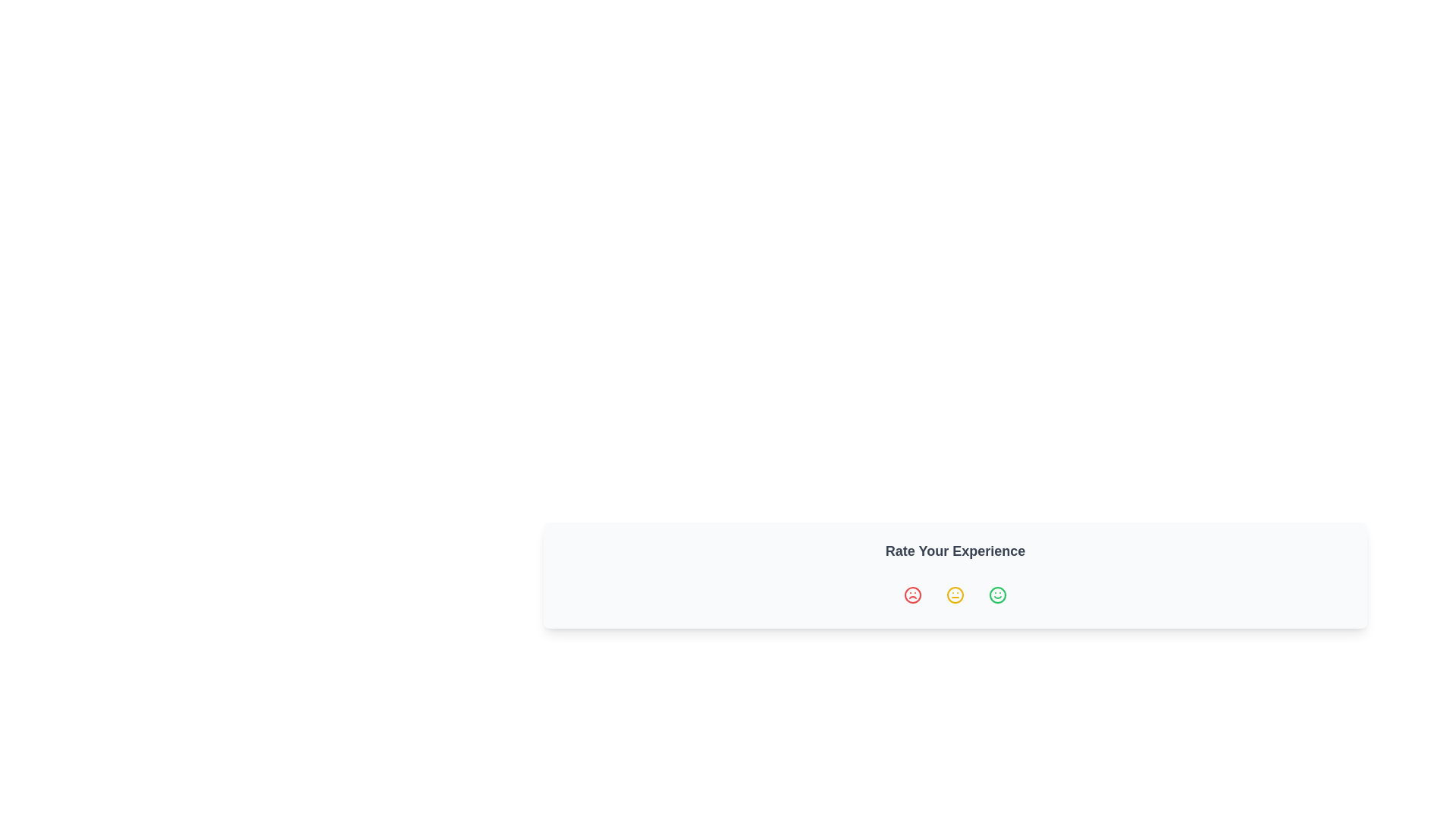  Describe the element at coordinates (997, 595) in the screenshot. I see `the rightmost emotive face icon, which is a circular SVG element with a green outline and filled background, part of a smiley face icon, located beneath the text 'Rate Your Experience'` at that location.